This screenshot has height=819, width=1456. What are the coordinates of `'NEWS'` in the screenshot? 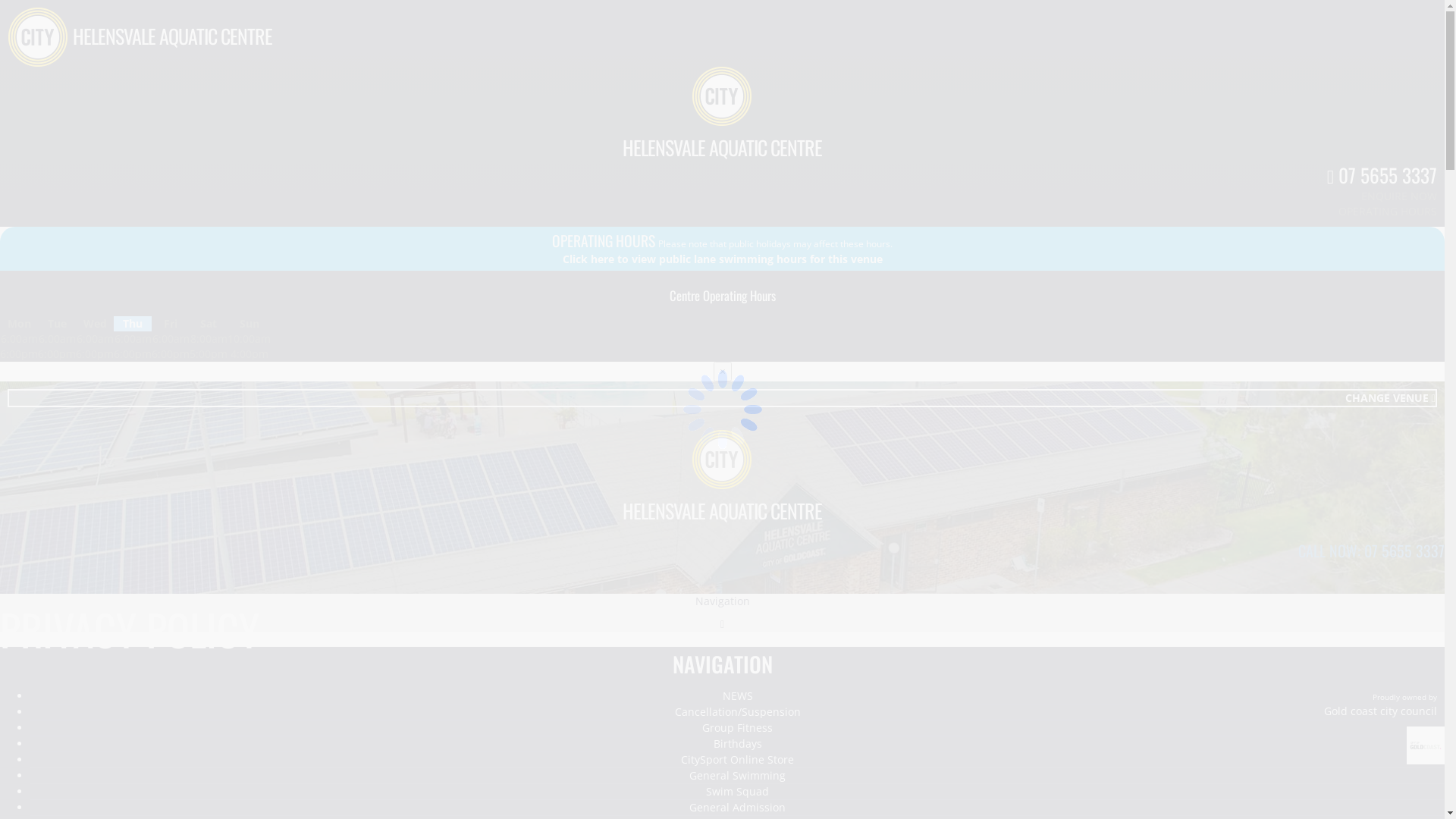 It's located at (736, 695).